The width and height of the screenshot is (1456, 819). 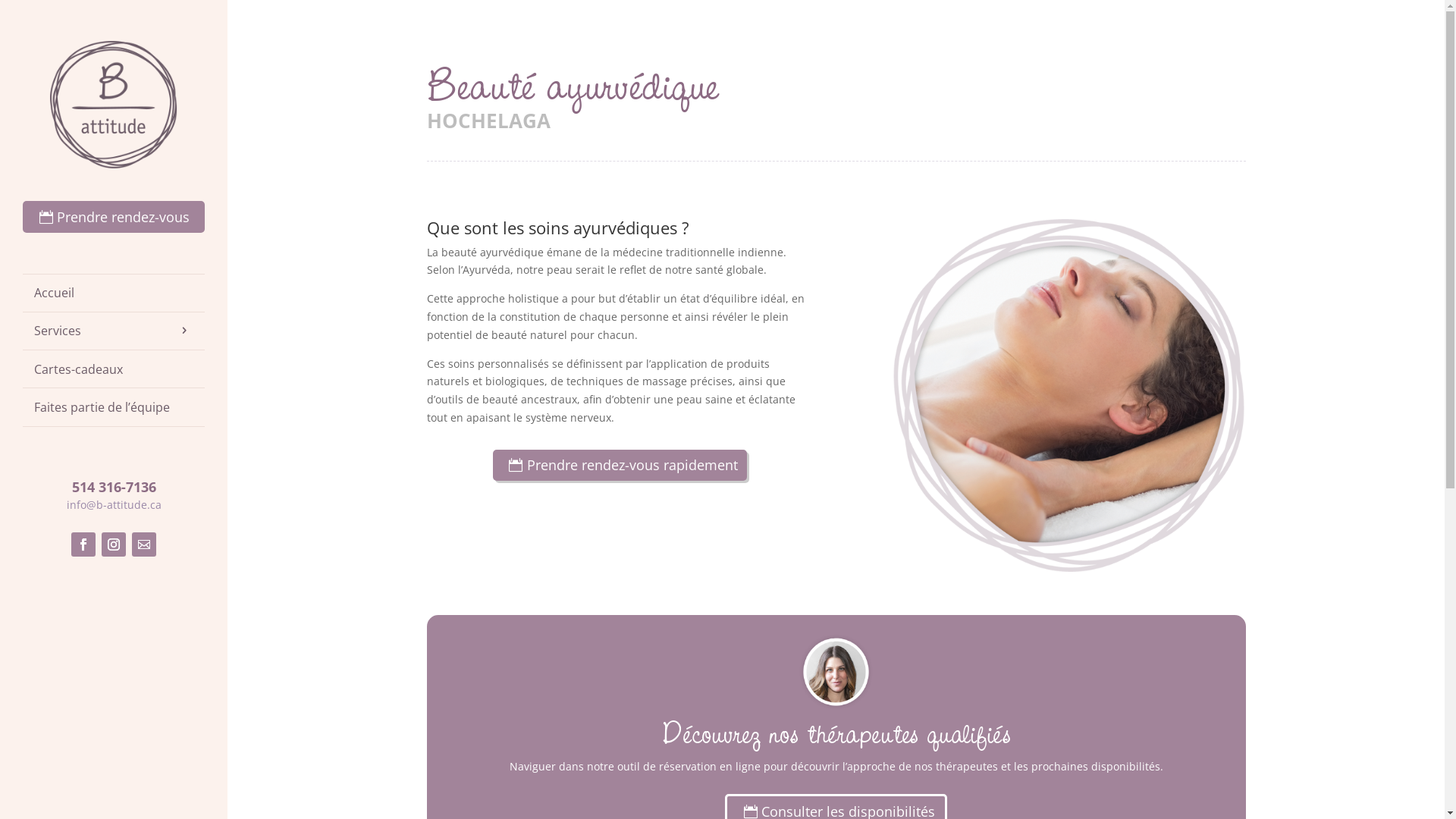 I want to click on '514 316-7136', so click(x=112, y=486).